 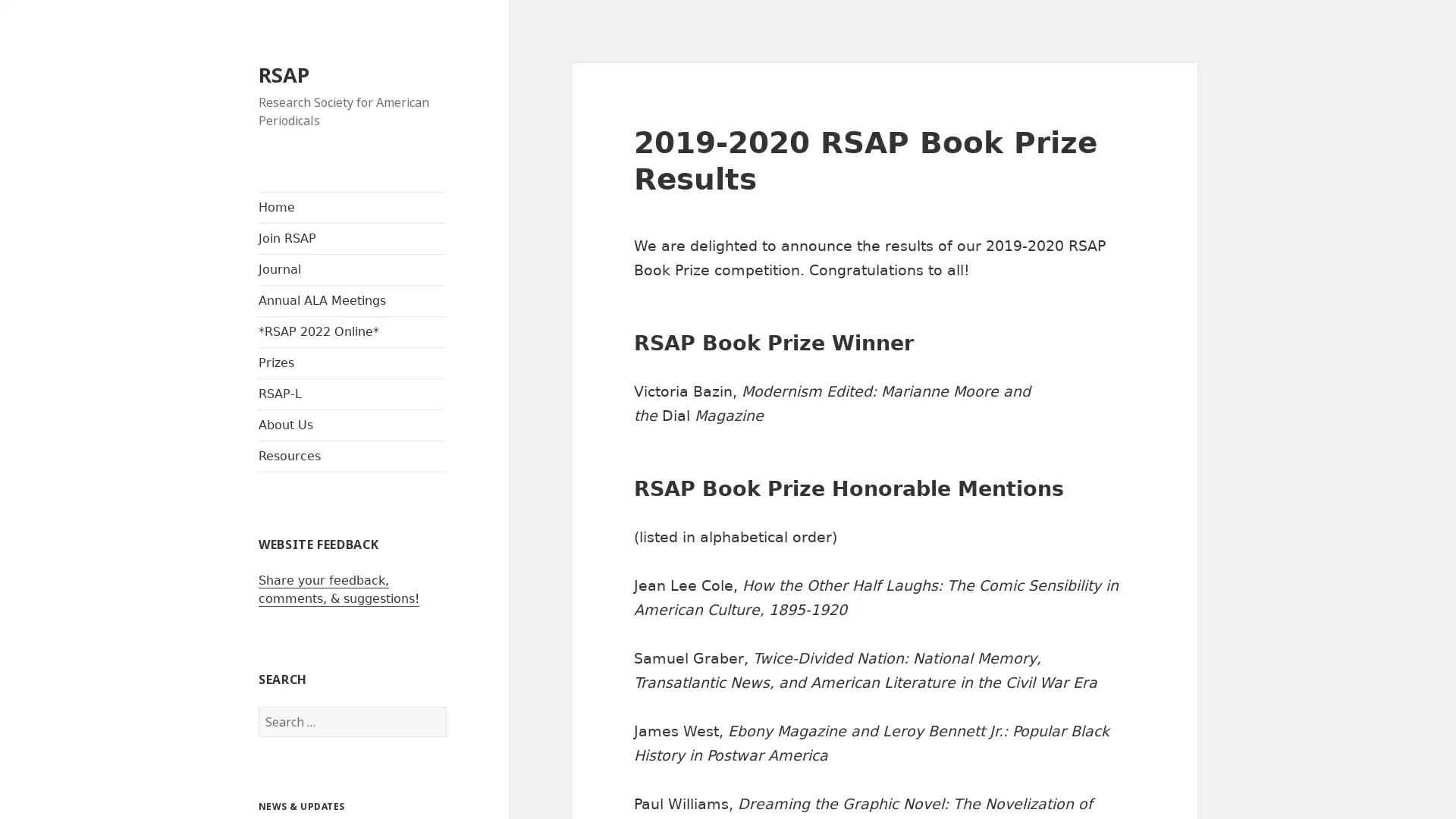 What do you see at coordinates (445, 707) in the screenshot?
I see `Search` at bounding box center [445, 707].